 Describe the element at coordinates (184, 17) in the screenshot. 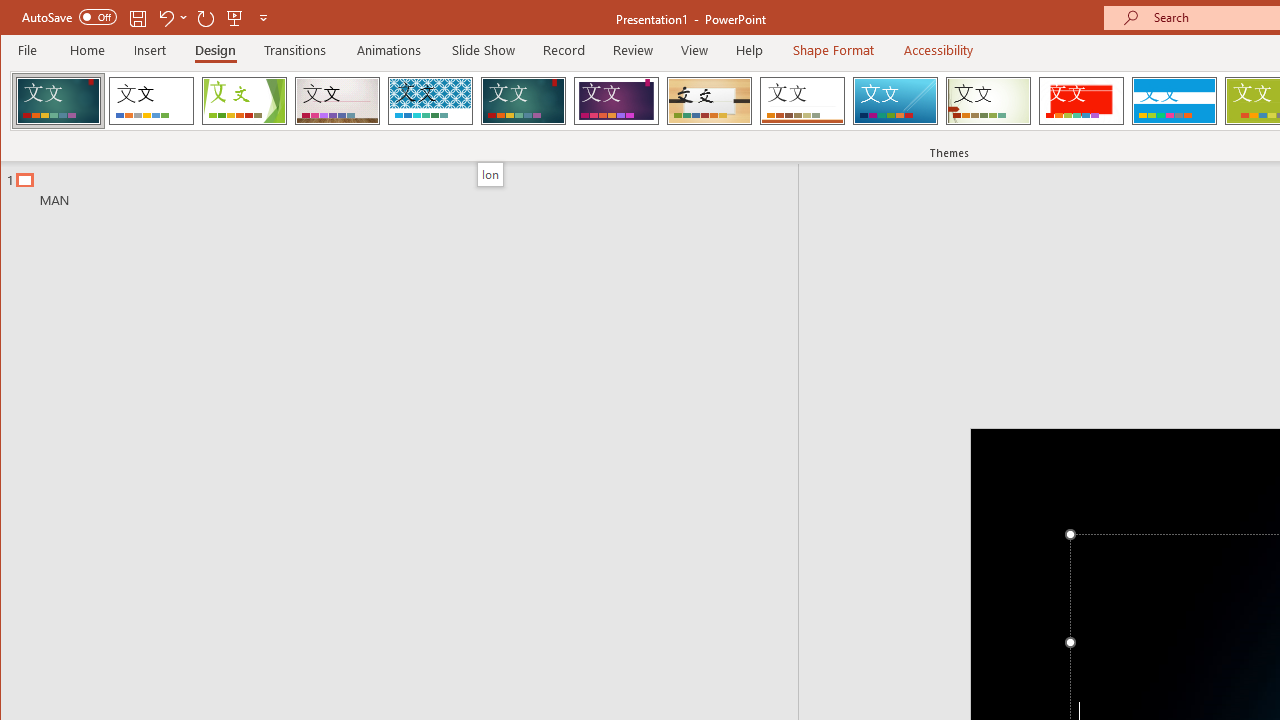

I see `'More Options'` at that location.